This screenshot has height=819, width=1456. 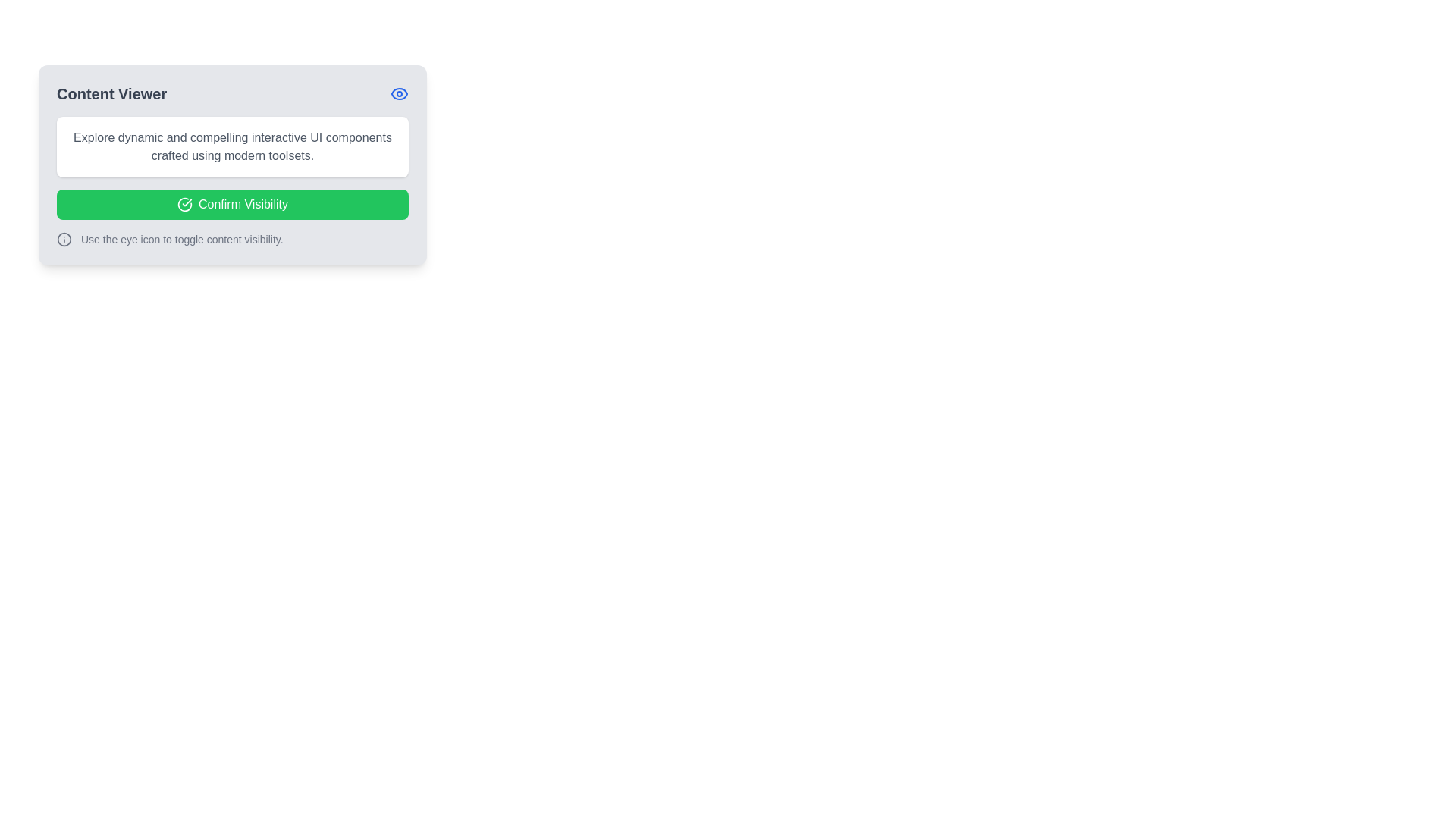 I want to click on instructional text from the Text label located to the right of the circular informational icon, centered horizontally in the lower section of the interface window, so click(x=182, y=239).